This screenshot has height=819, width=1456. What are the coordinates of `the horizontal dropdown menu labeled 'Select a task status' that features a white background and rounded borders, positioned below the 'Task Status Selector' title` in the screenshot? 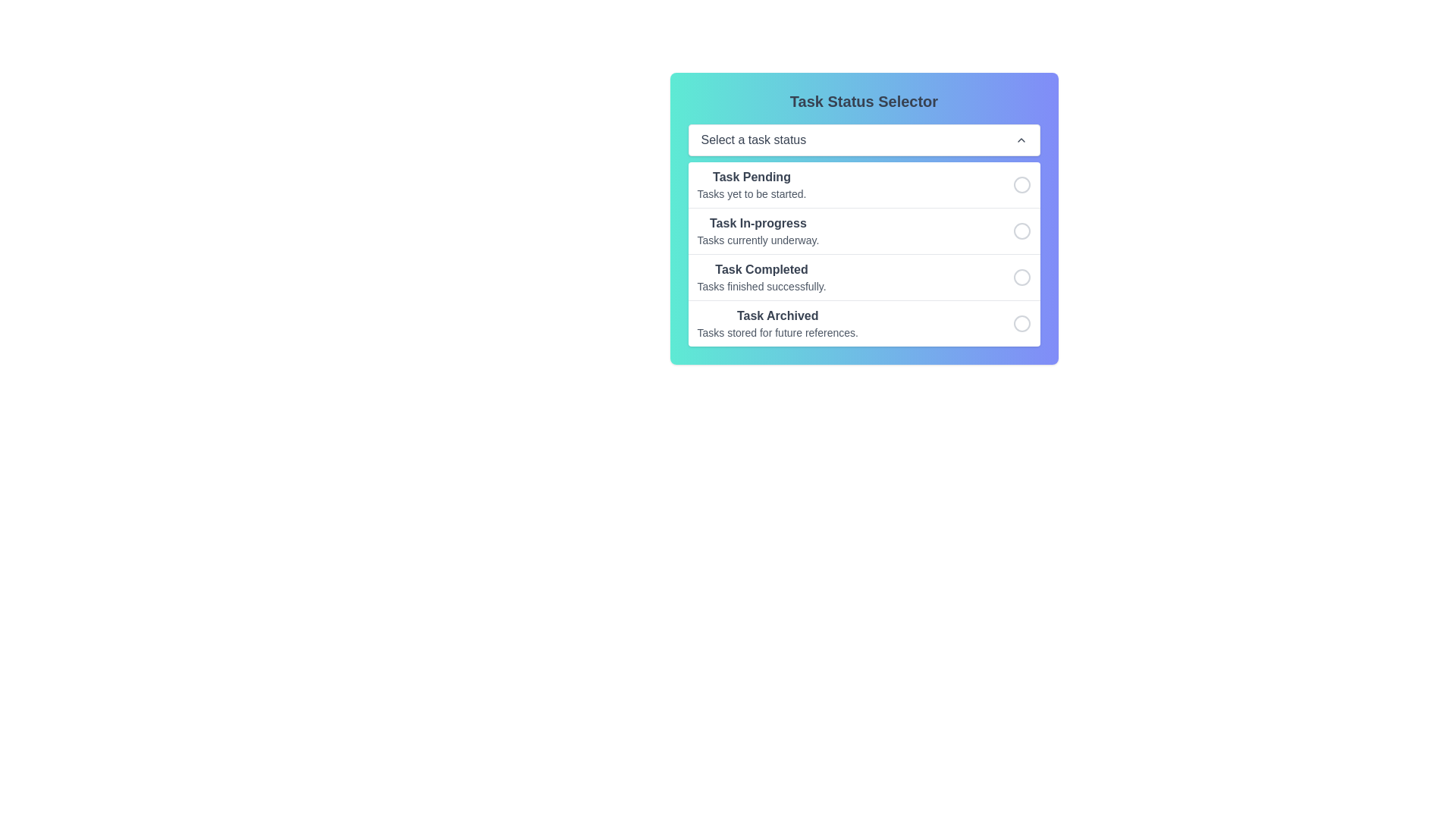 It's located at (864, 140).